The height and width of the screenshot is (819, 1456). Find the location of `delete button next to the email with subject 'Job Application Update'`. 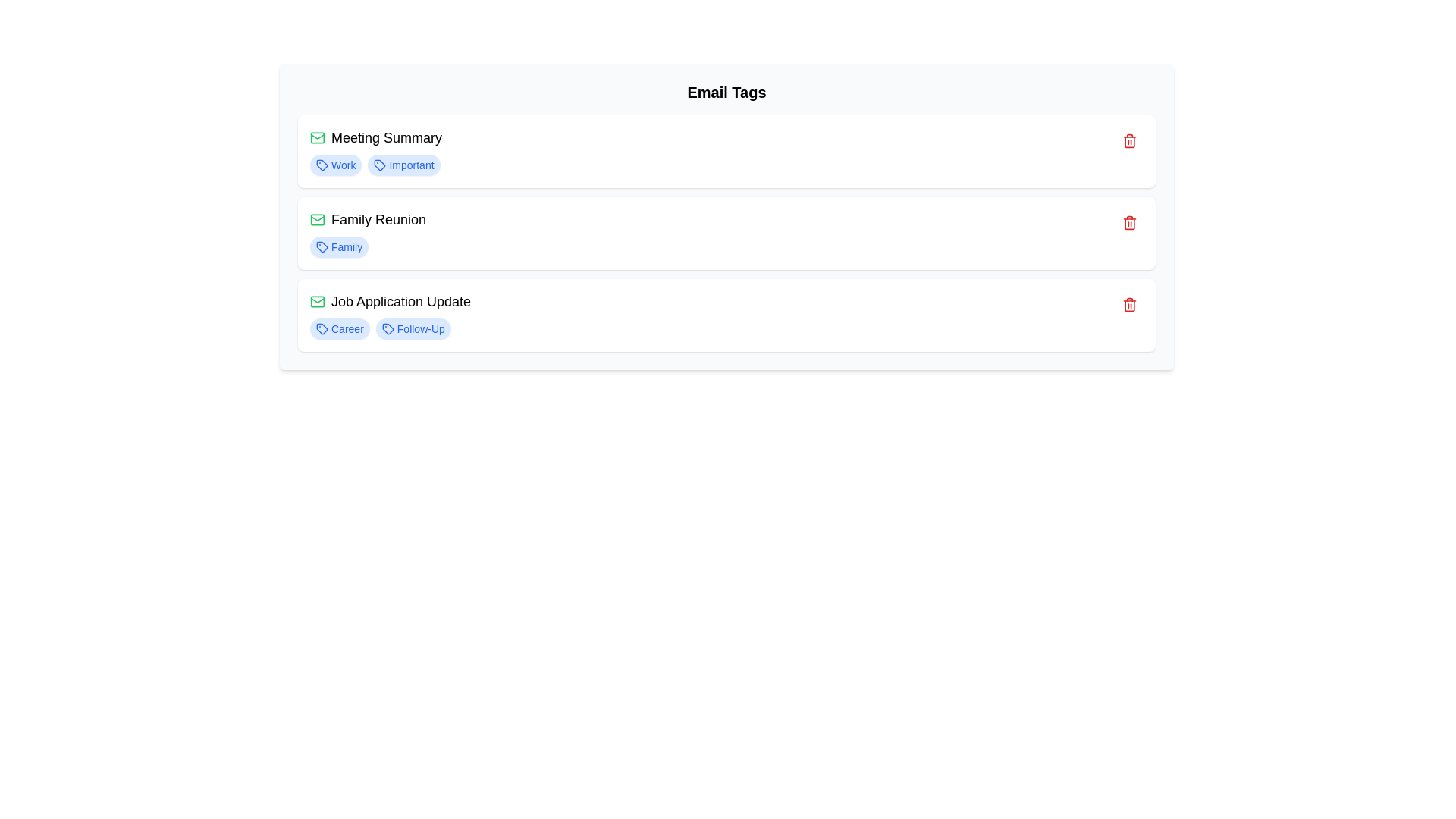

delete button next to the email with subject 'Job Application Update' is located at coordinates (1129, 304).